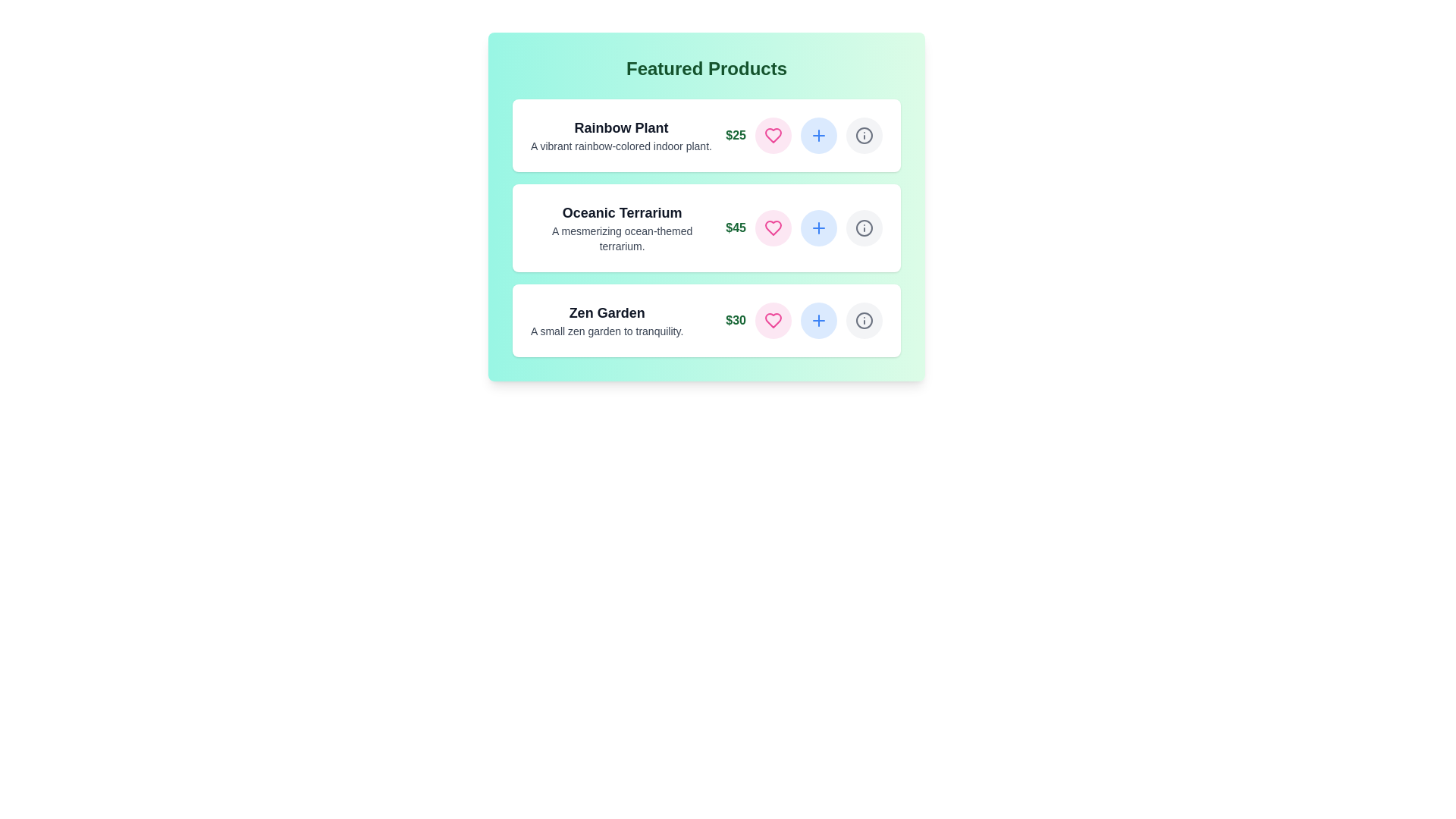 The image size is (1456, 819). I want to click on info button for the product named Zen Garden, so click(864, 320).